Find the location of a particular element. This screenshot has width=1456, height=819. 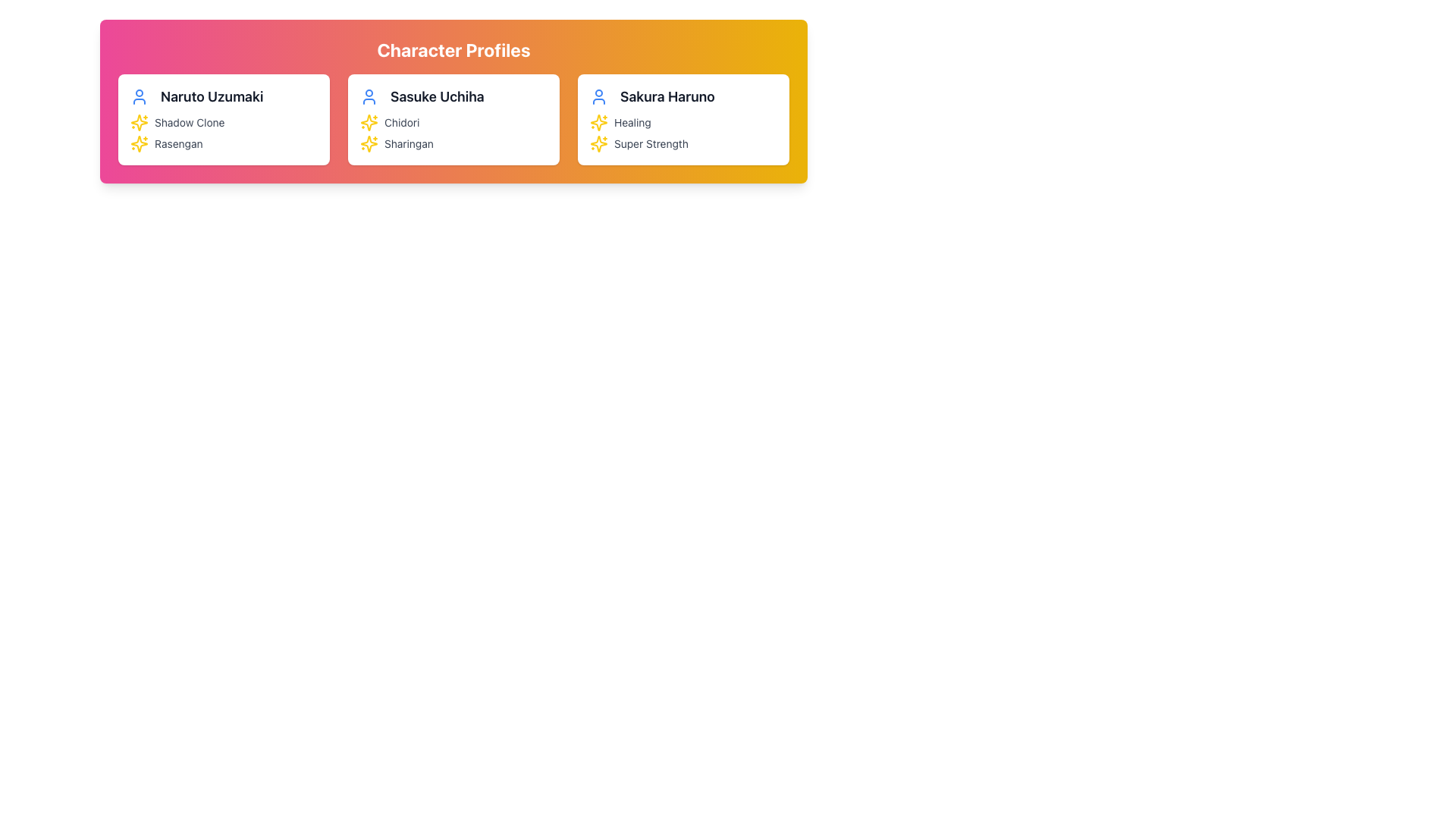

the text element displaying 'Sakura Haruno', which is located in the top-most position of the third card in a horizontal layout of character profiles, below the user icon and above the descriptive texts 'Healing' and 'Super Strength' is located at coordinates (682, 96).